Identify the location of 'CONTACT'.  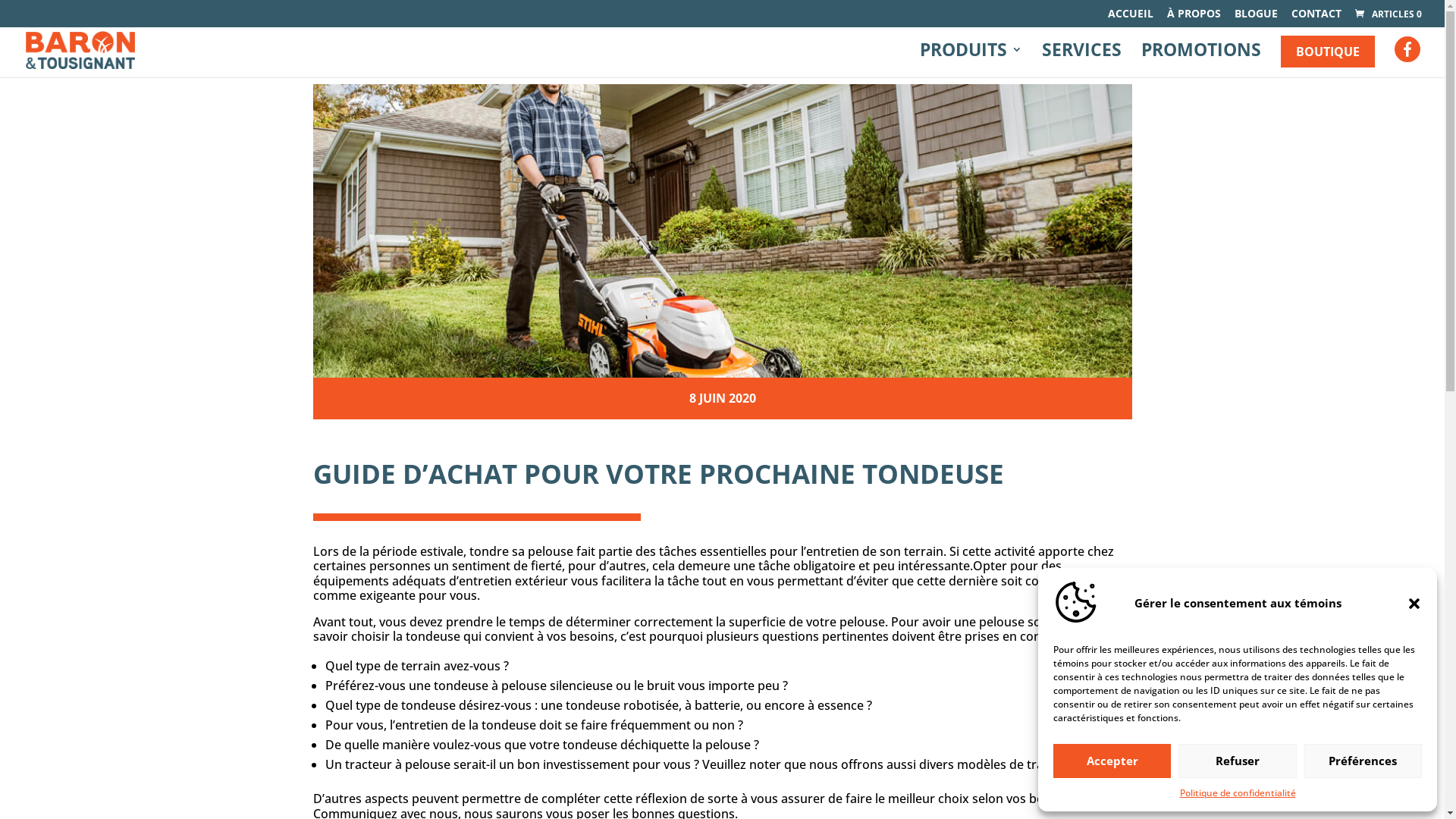
(1316, 17).